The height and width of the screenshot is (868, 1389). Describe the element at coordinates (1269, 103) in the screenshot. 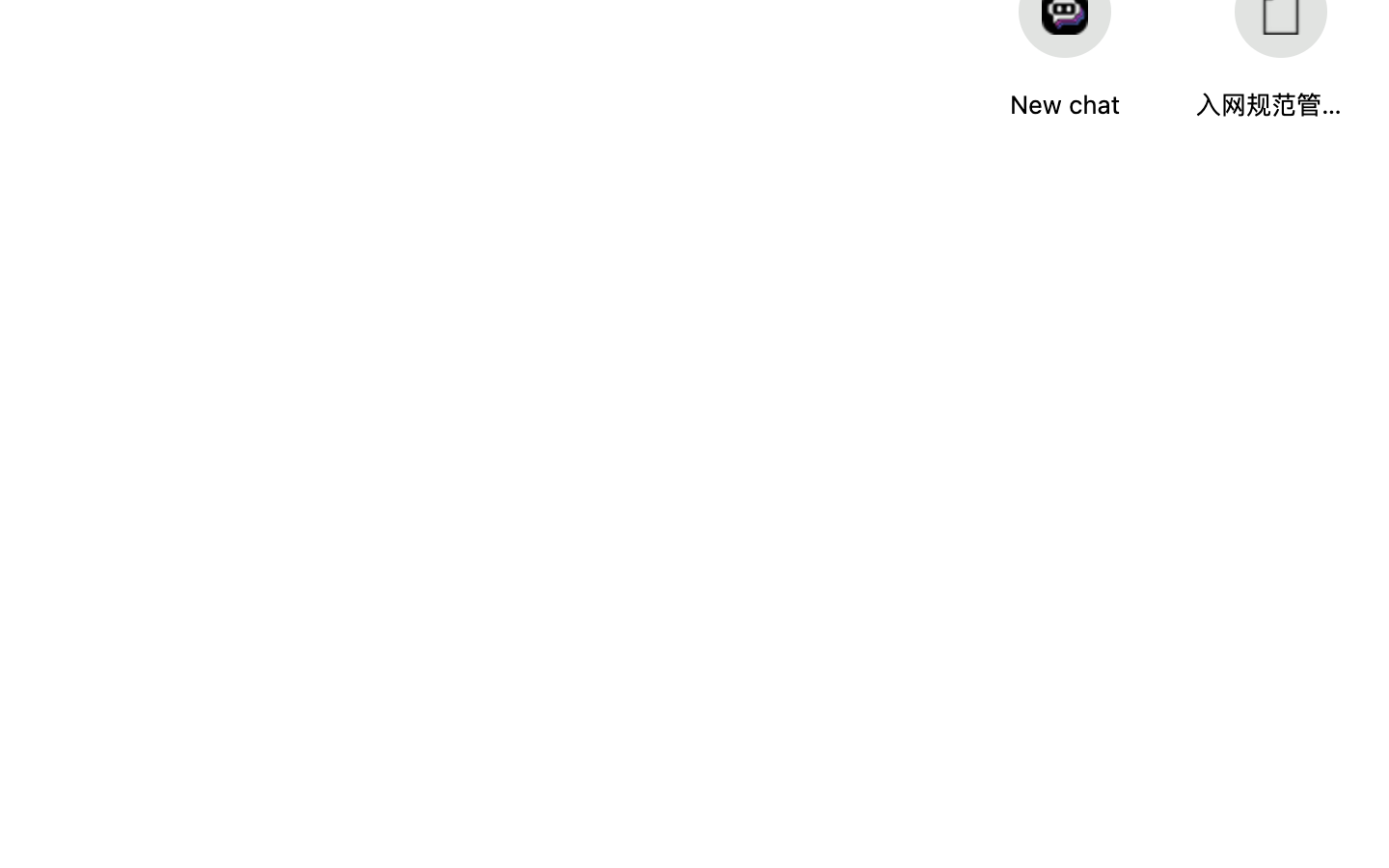

I see `'入网规范管理平台'` at that location.